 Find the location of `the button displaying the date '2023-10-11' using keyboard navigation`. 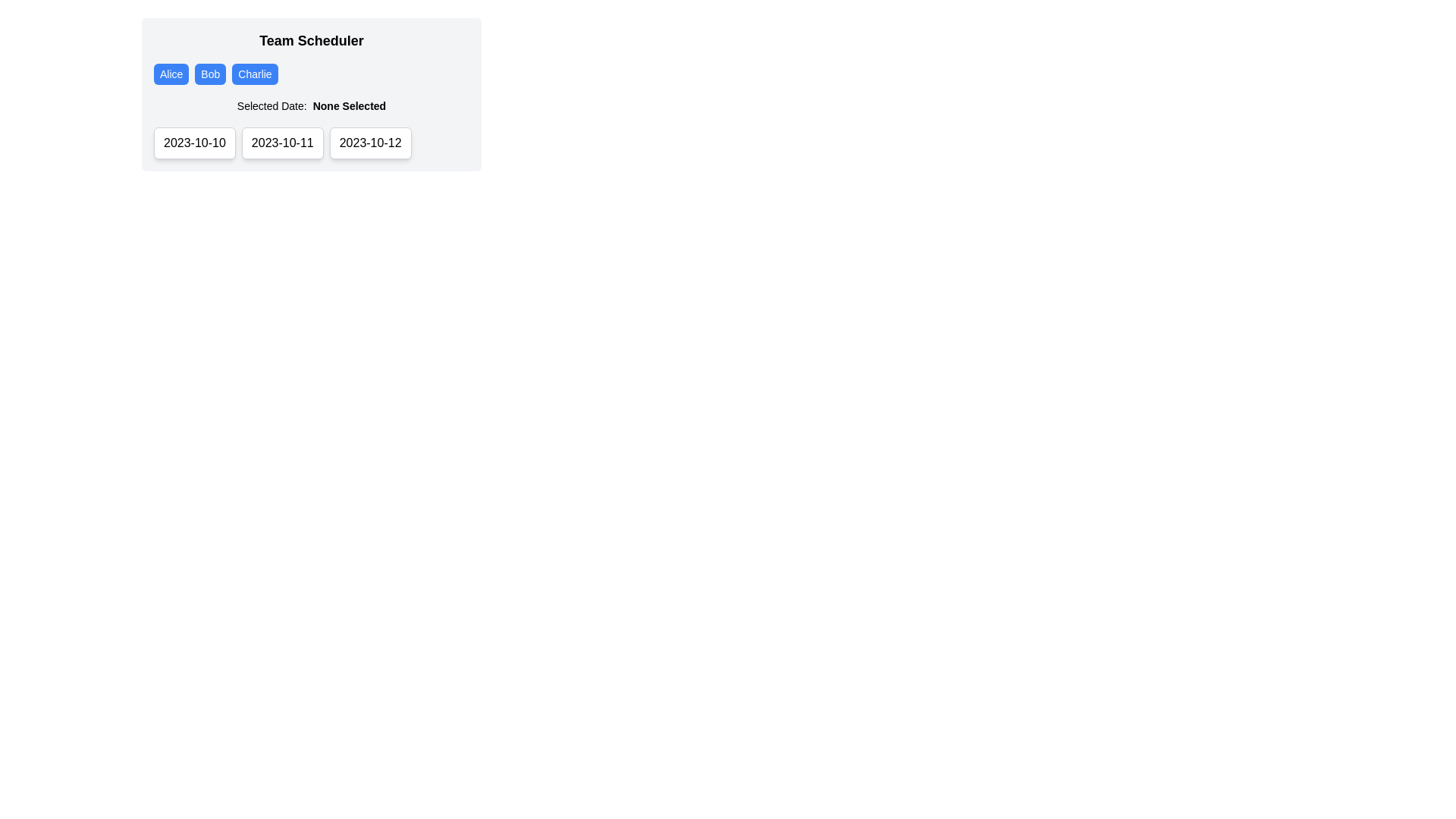

the button displaying the date '2023-10-11' using keyboard navigation is located at coordinates (282, 143).